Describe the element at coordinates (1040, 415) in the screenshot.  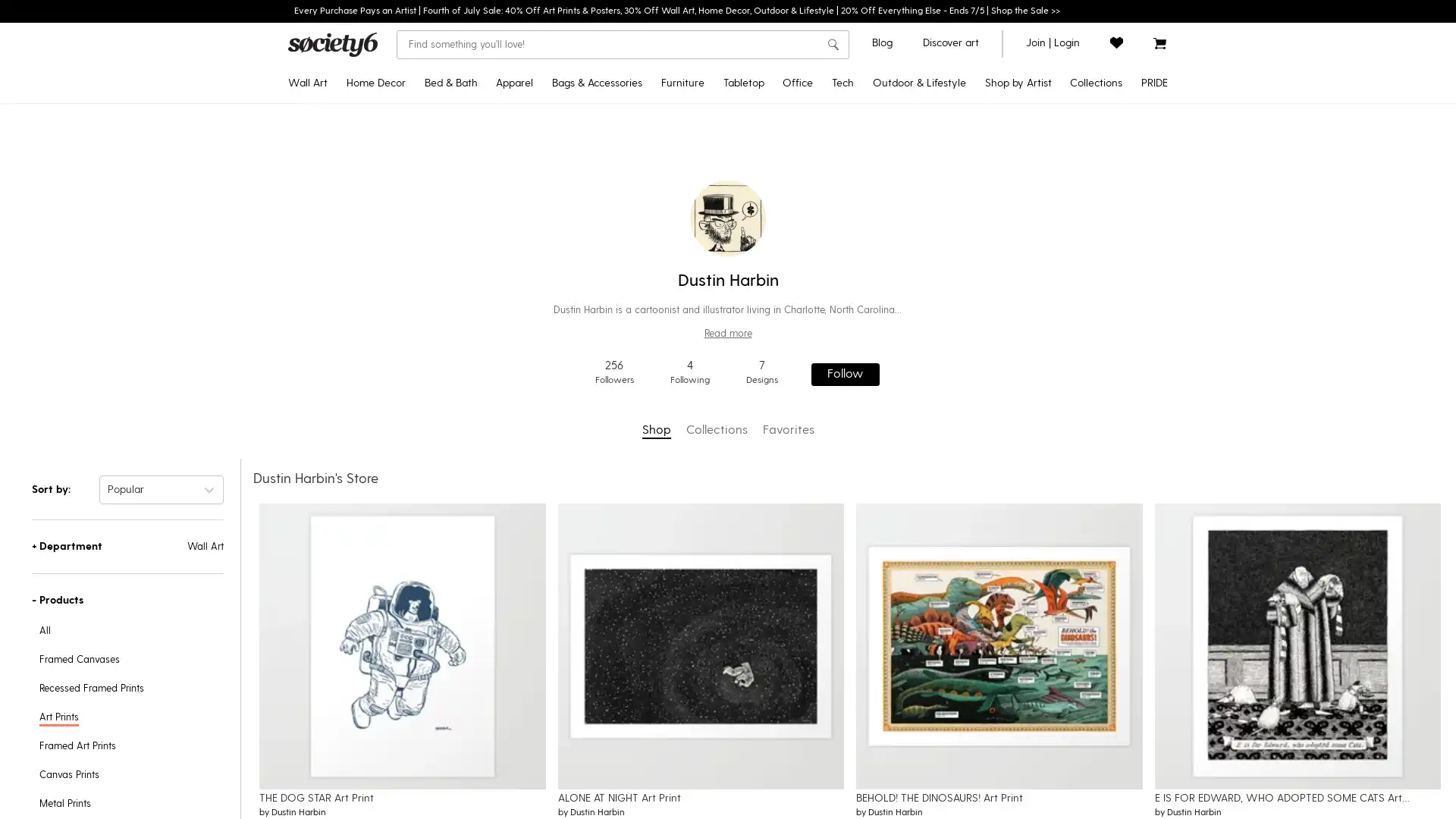
I see `Introducing: Tabletop Textiles` at that location.